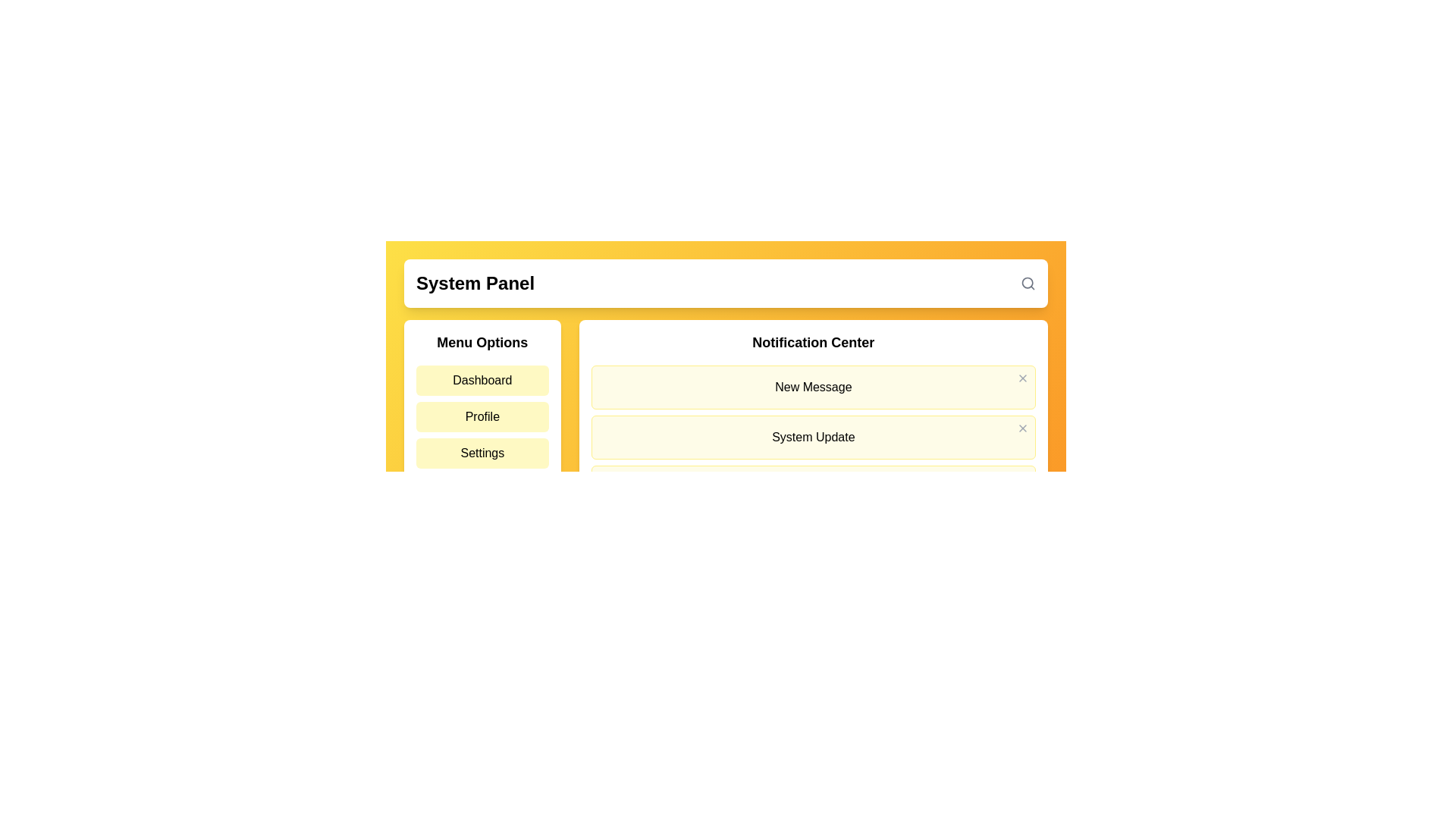 The width and height of the screenshot is (1456, 819). What do you see at coordinates (482, 421) in the screenshot?
I see `the 'Profile' button, which is a light yellow rectangular box located between the 'Dashboard' and 'Settings' buttons in the 'Menu Options' section` at bounding box center [482, 421].